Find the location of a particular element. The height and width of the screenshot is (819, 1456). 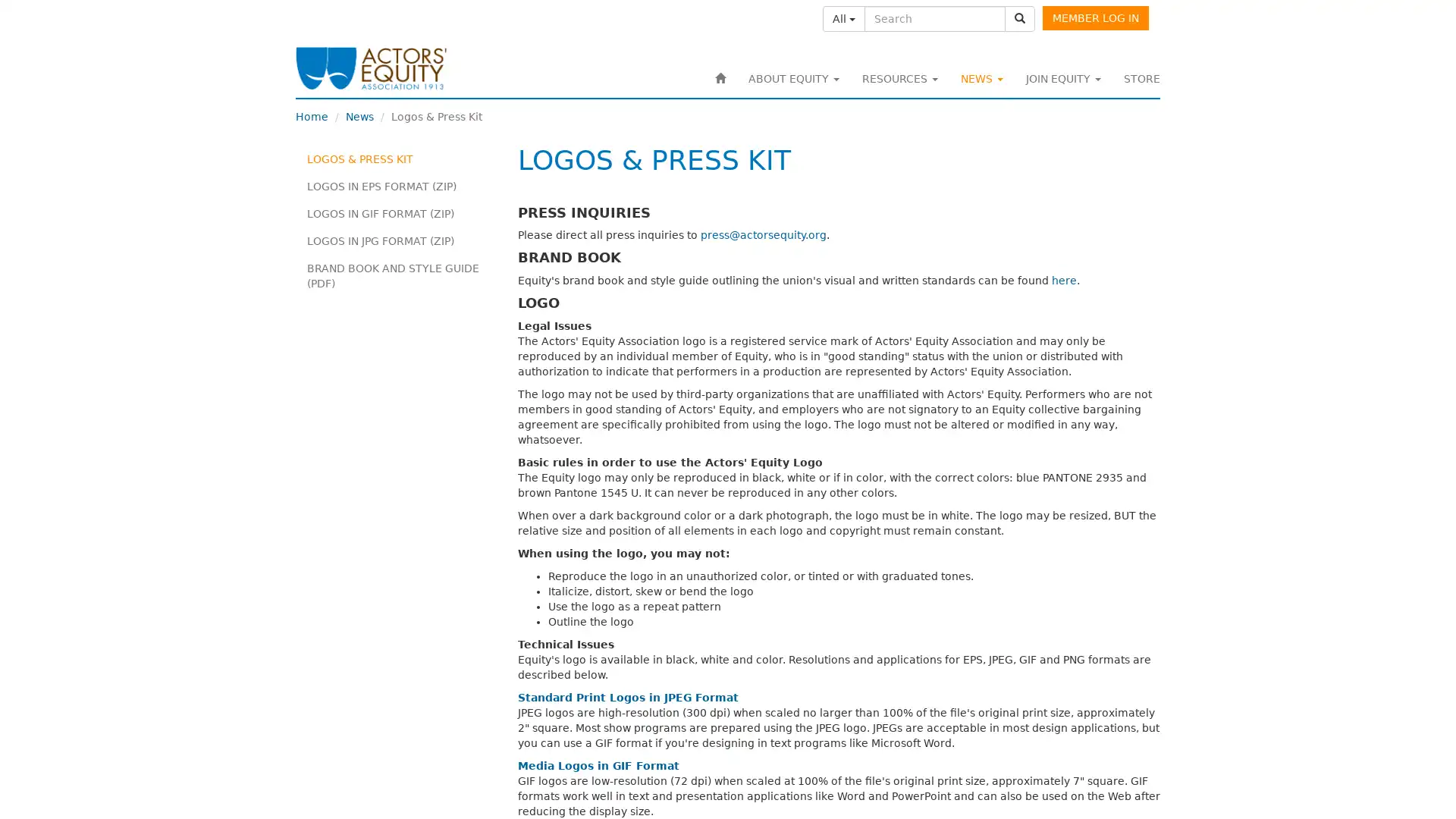

NEWS is located at coordinates (982, 79).